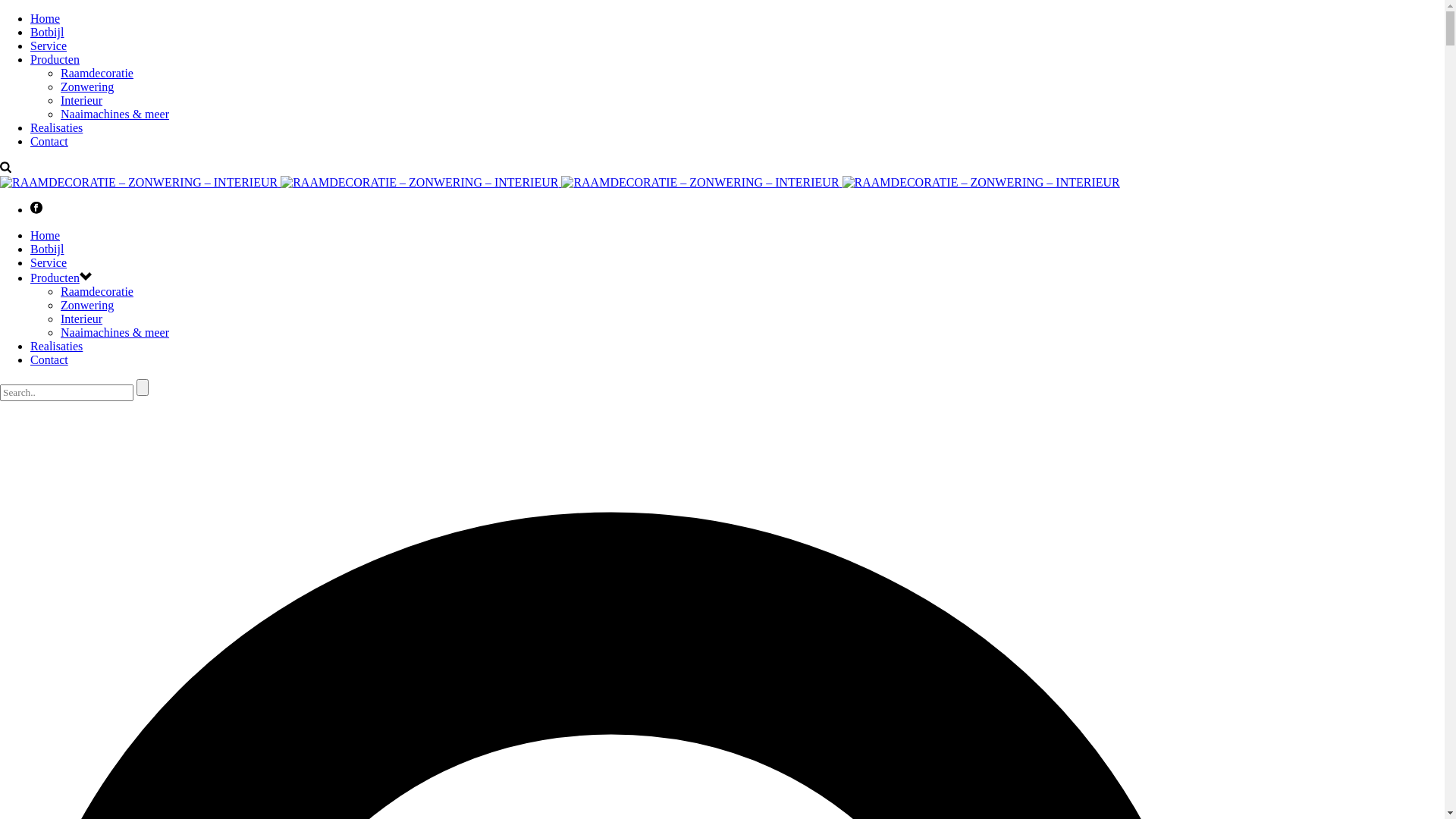  What do you see at coordinates (45, 235) in the screenshot?
I see `'Home'` at bounding box center [45, 235].